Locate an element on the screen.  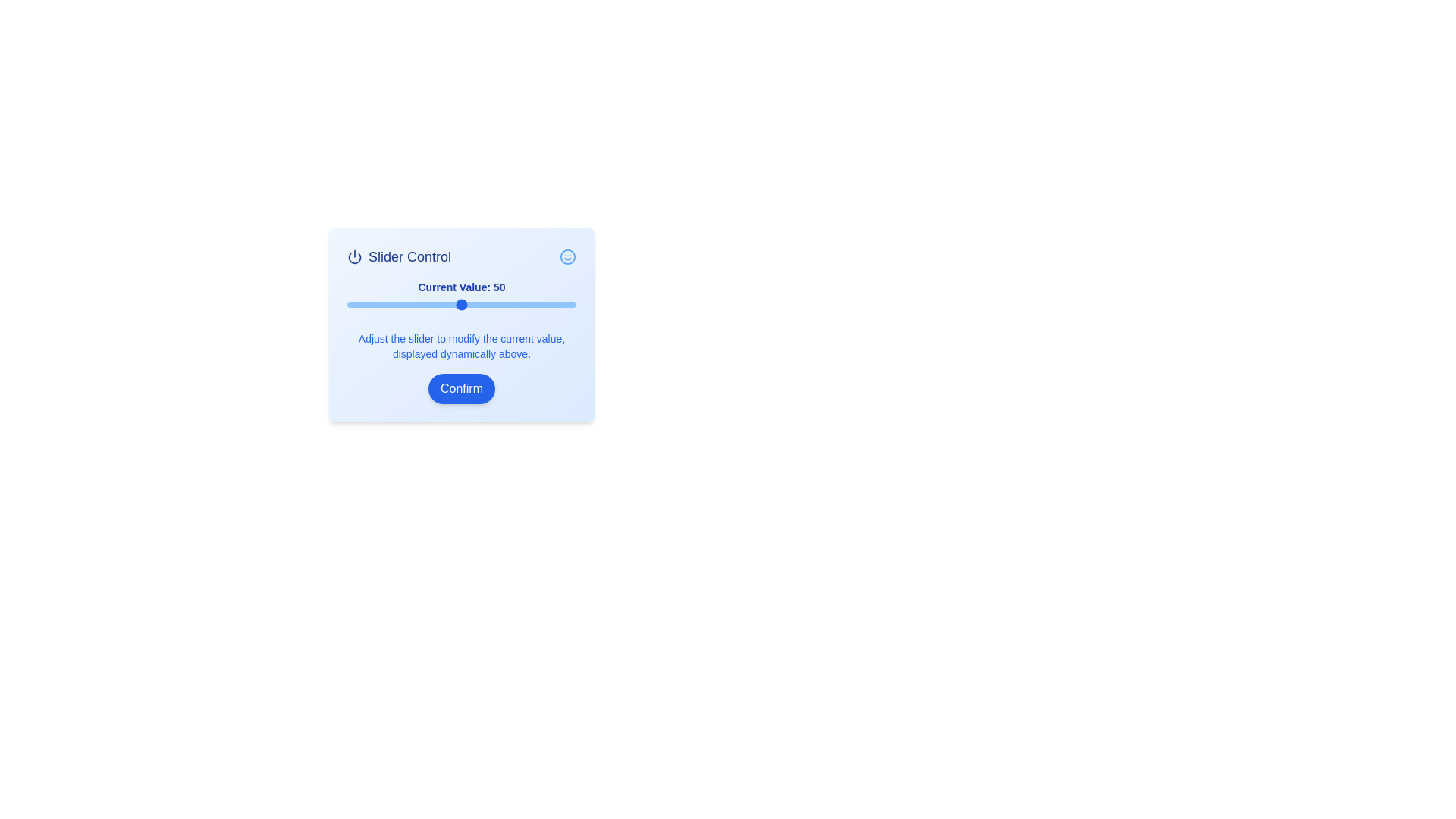
the slider value is located at coordinates (411, 304).